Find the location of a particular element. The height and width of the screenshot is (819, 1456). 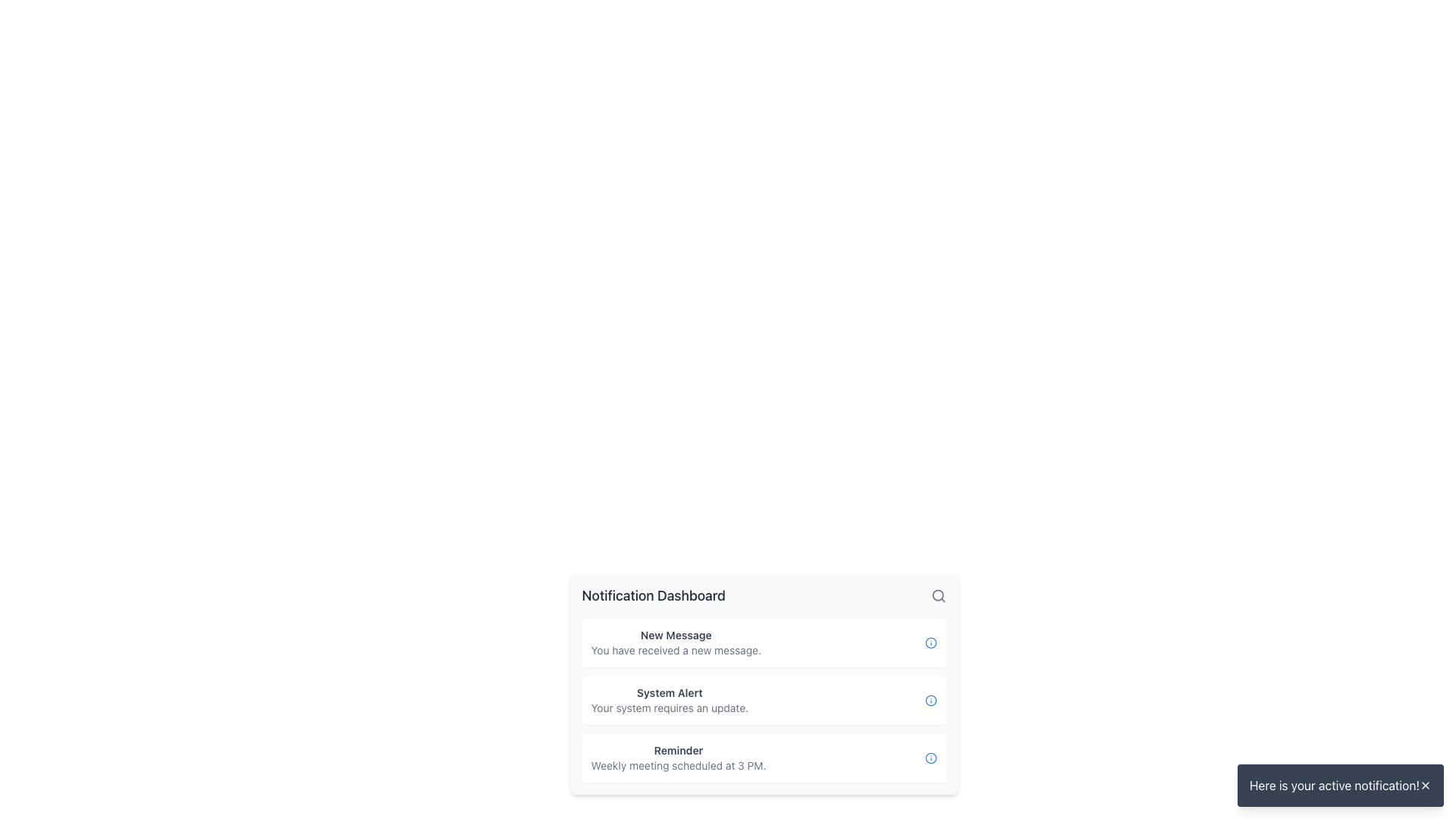

the small circular icon of the magnifying glass symbol located at the top-right corner of the Notification Dashboard header is located at coordinates (937, 595).